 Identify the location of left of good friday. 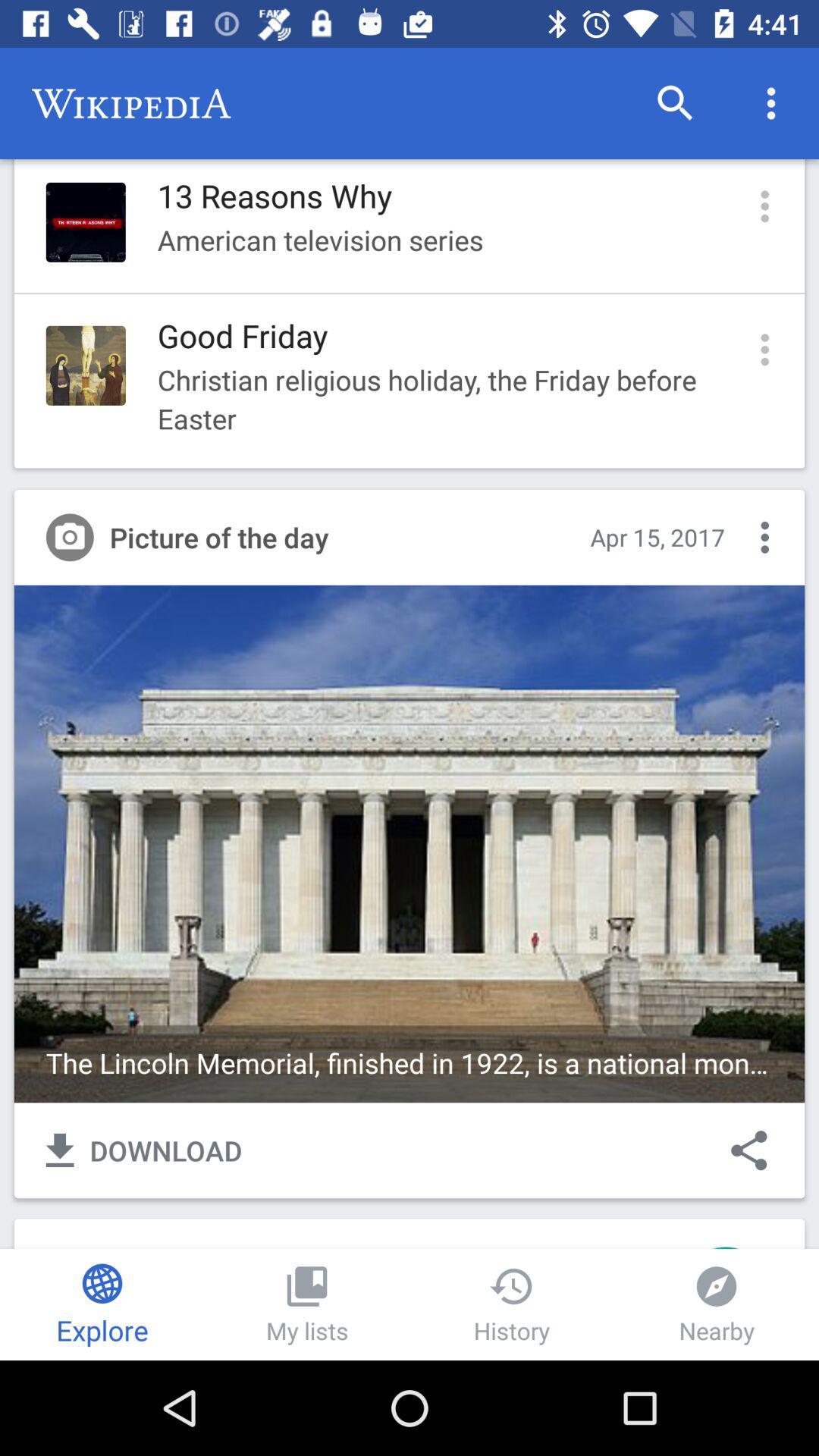
(86, 366).